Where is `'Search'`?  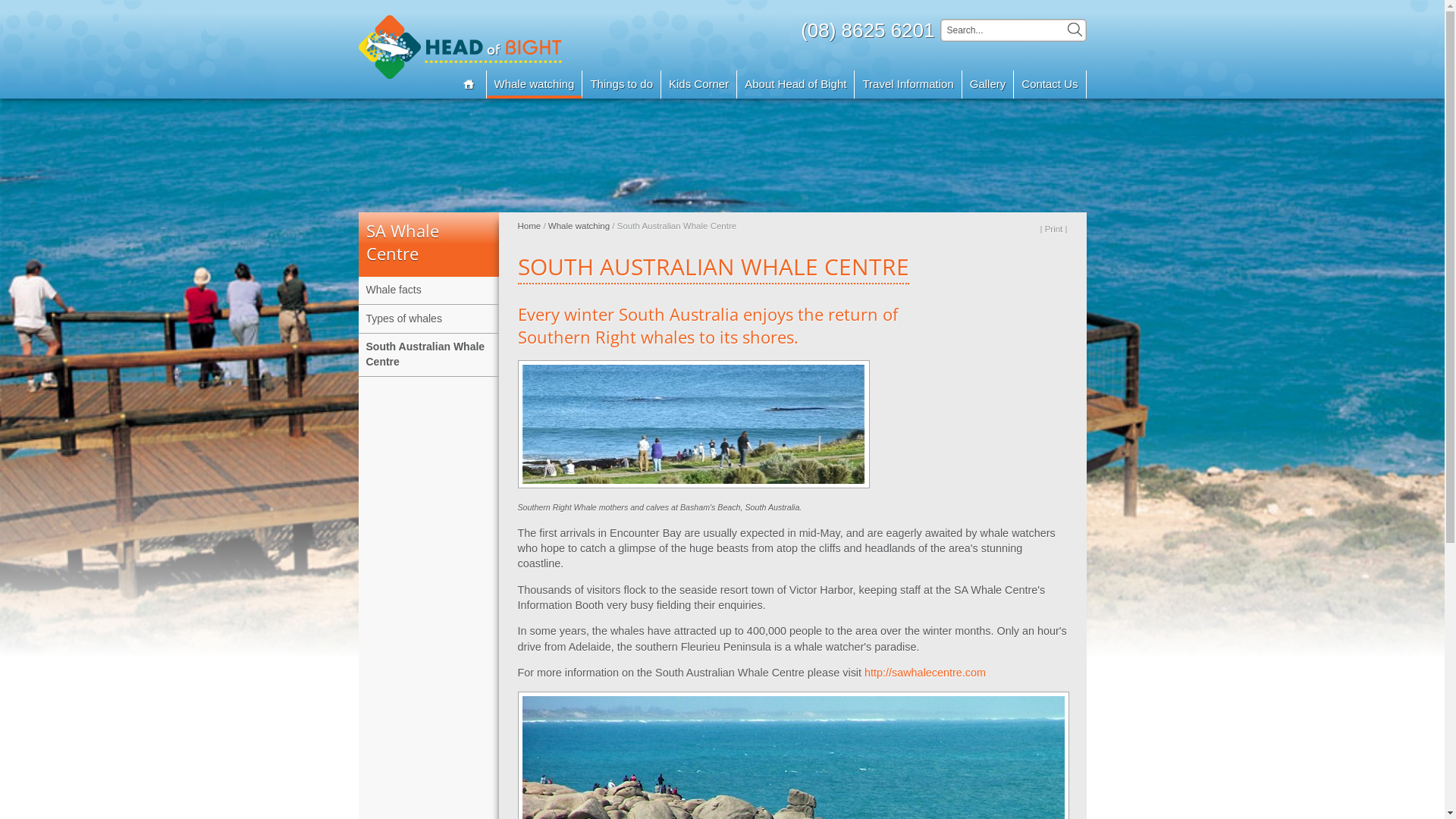 'Search' is located at coordinates (1073, 30).